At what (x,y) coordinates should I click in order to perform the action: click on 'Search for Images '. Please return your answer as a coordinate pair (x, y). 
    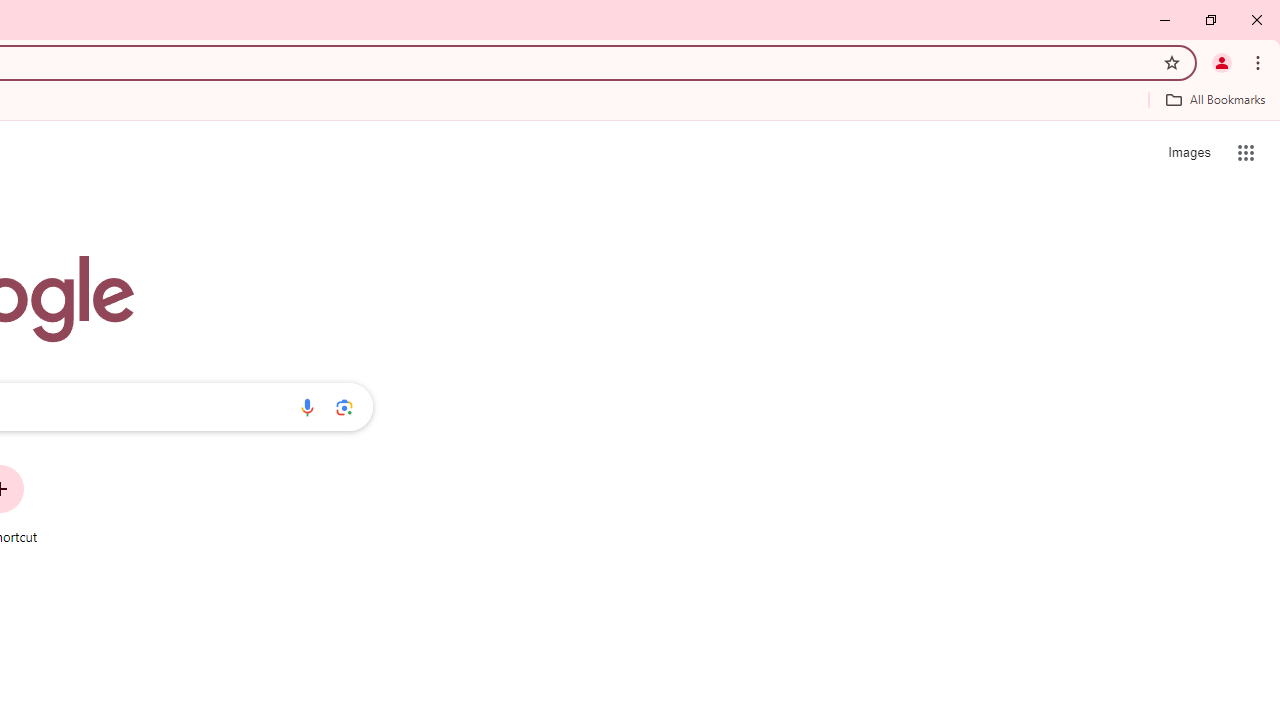
    Looking at the image, I should click on (1189, 152).